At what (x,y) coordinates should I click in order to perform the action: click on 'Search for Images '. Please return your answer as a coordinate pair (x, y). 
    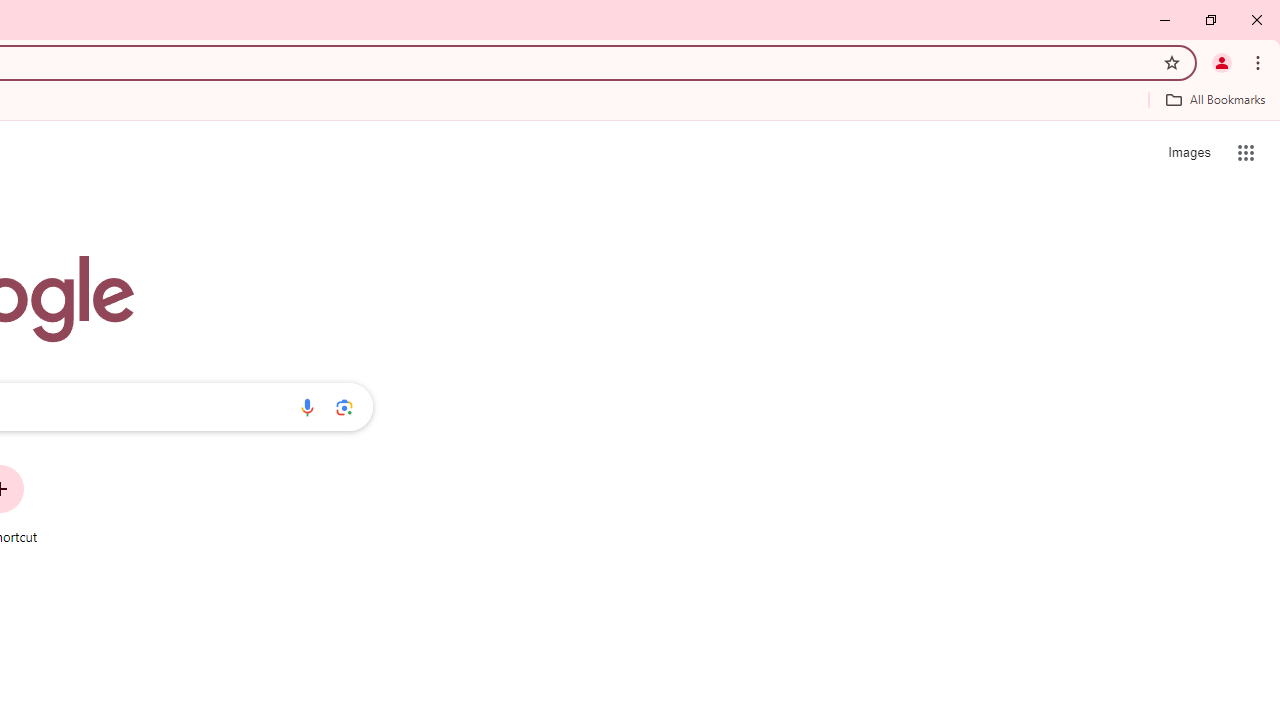
    Looking at the image, I should click on (1189, 152).